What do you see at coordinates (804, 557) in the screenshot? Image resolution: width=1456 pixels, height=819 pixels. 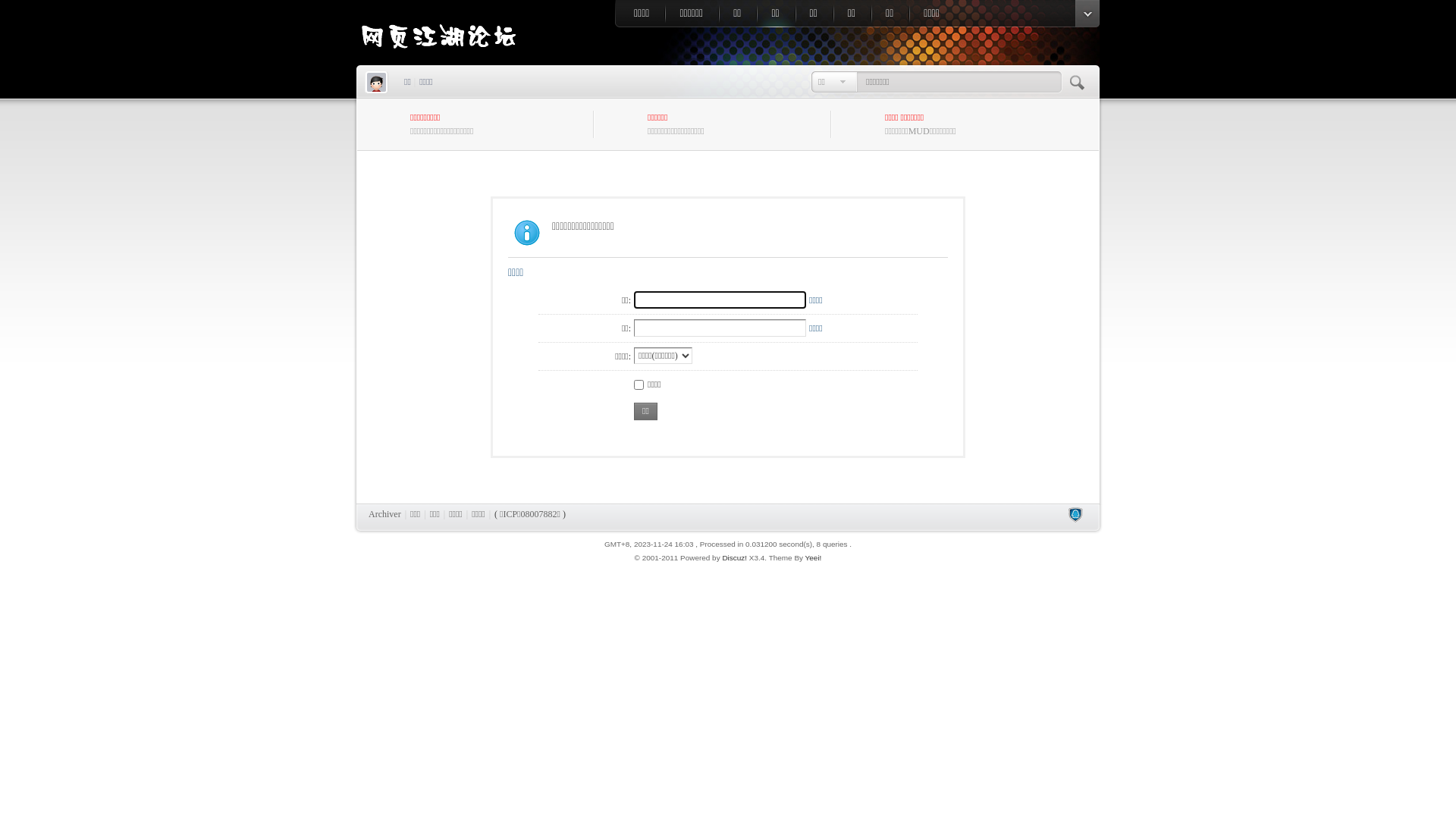 I see `'Yeei!'` at bounding box center [804, 557].